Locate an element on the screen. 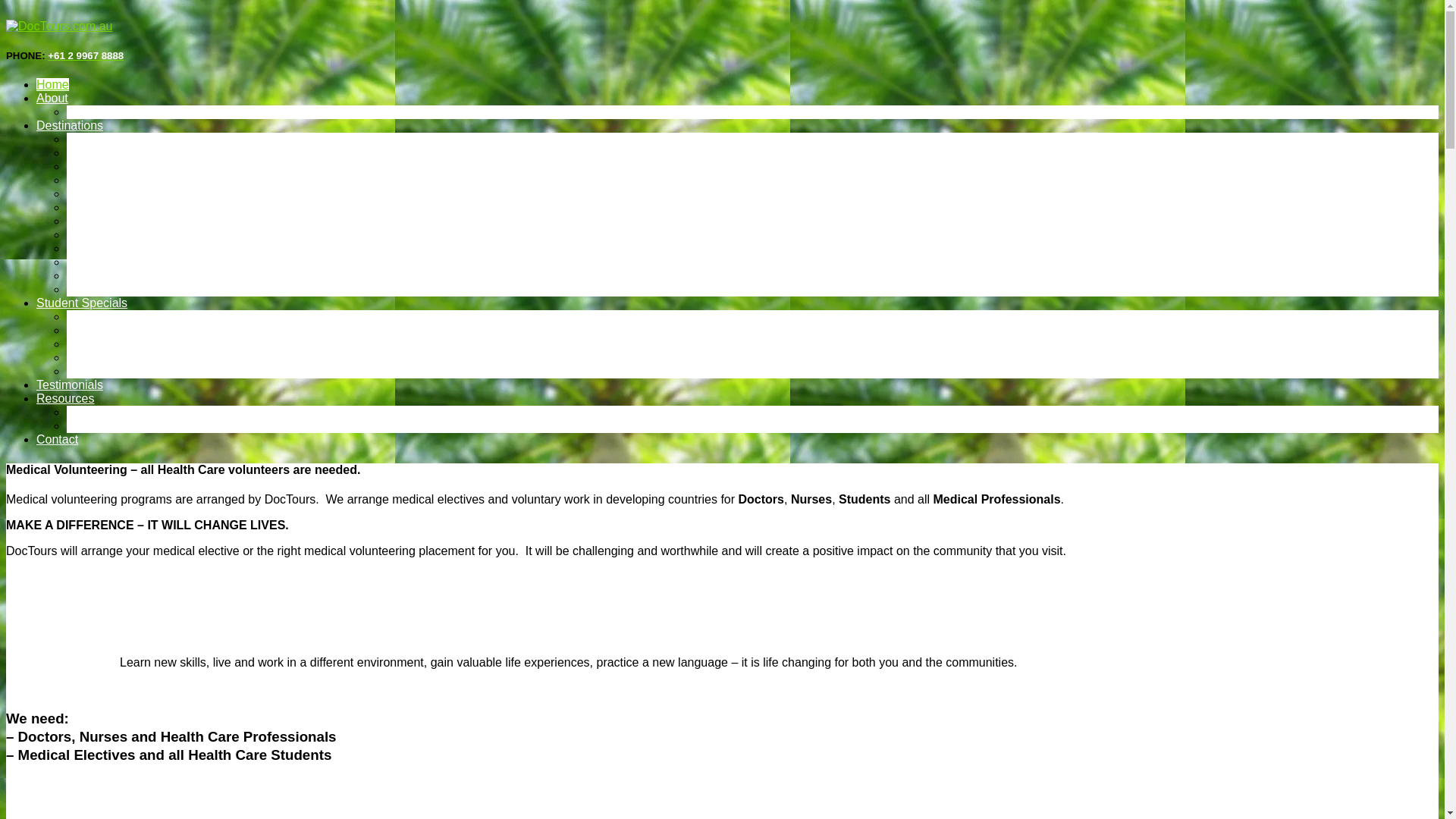 This screenshot has width=1456, height=819. 'Vietnam for students' is located at coordinates (65, 371).